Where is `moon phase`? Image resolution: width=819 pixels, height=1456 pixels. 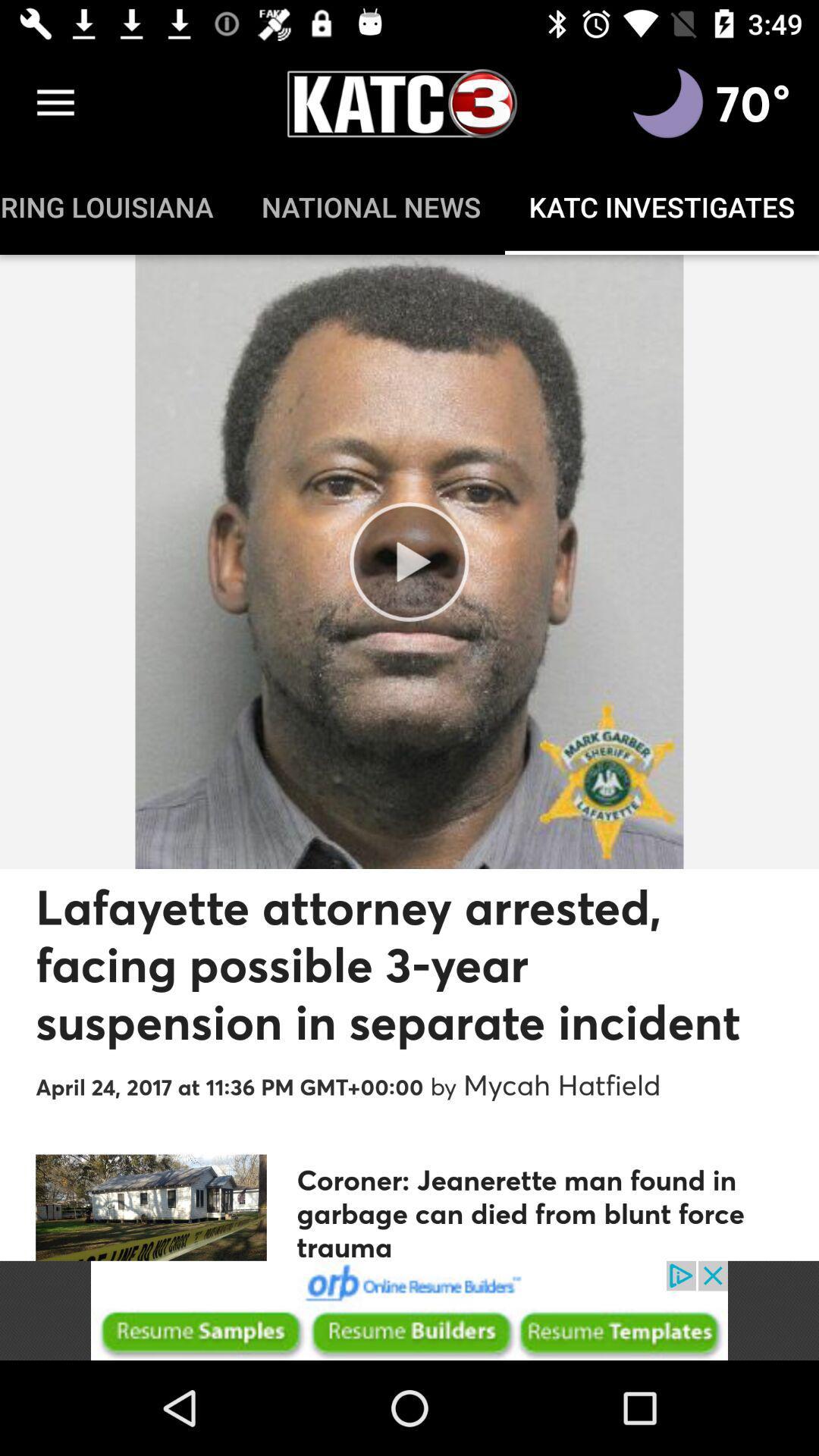
moon phase is located at coordinates (667, 102).